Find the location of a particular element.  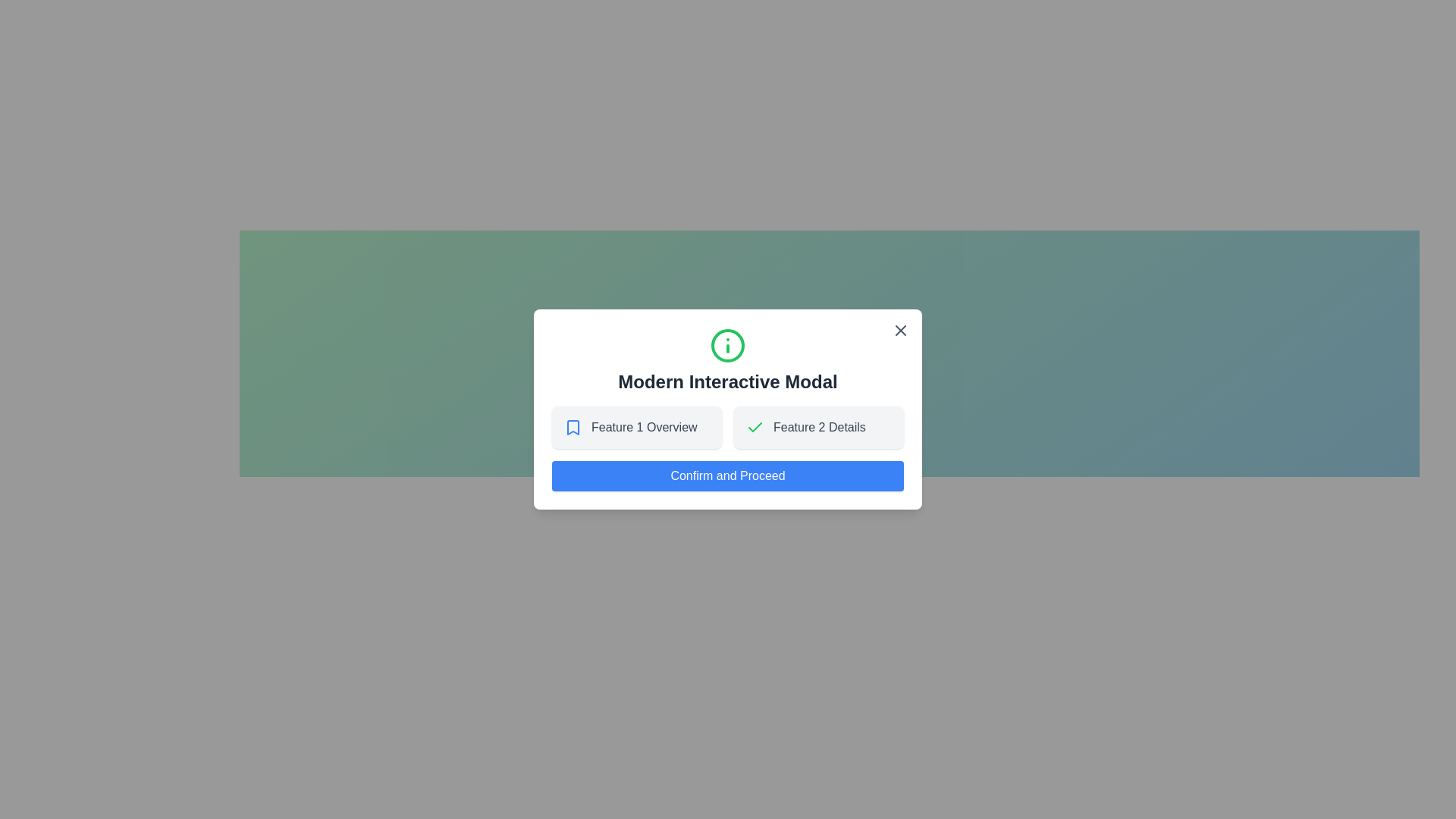

the decorative bookmark icon associated with the 'Feature 1 Overview' tab, located at the center of the modal is located at coordinates (572, 427).